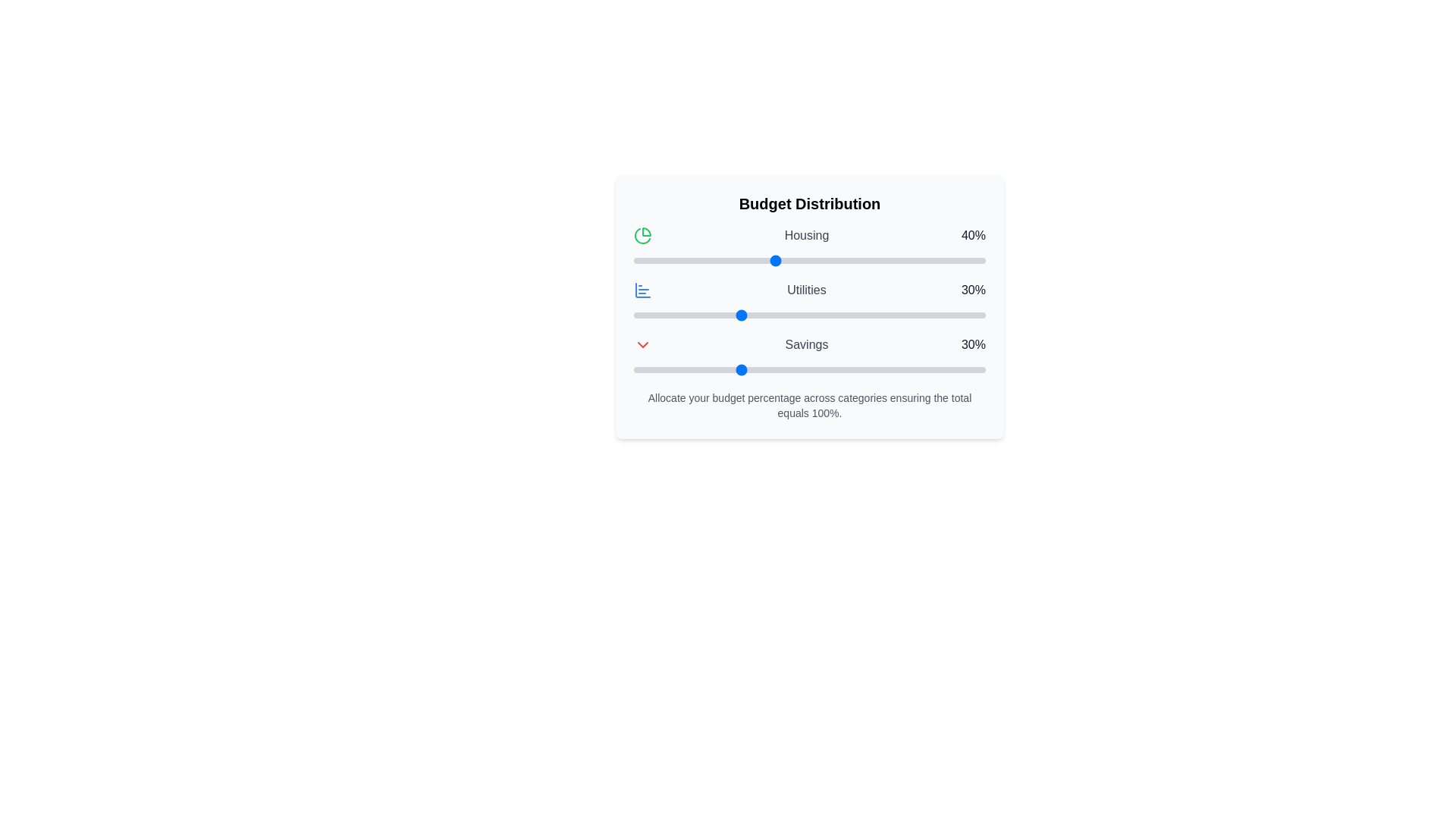 The height and width of the screenshot is (819, 1456). I want to click on the informational row element that displays the 'Utilities' budget allocation, located between the 'Housing' and 'Savings' categories, so click(809, 290).